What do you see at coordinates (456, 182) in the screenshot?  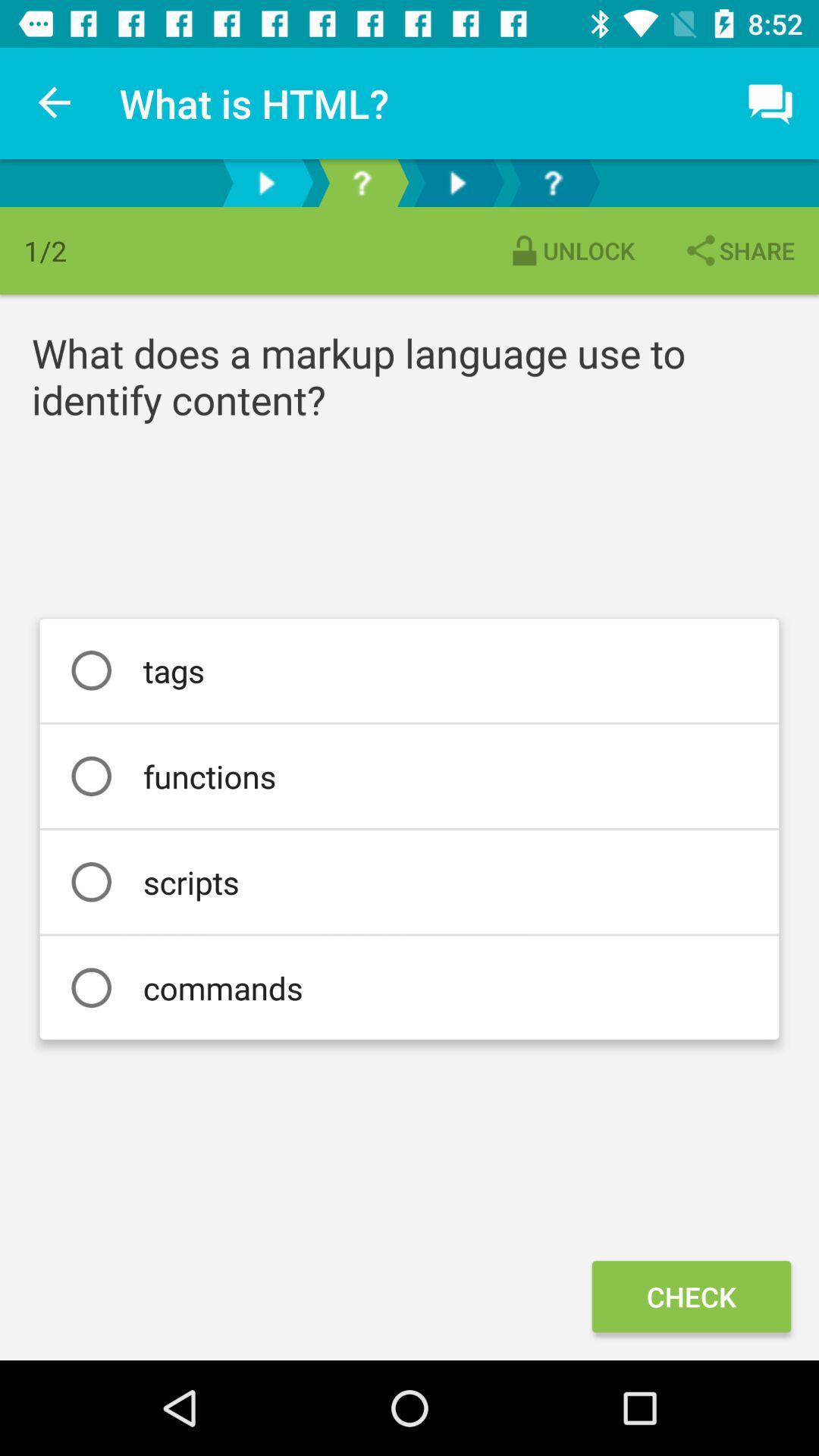 I see `open next tab` at bounding box center [456, 182].